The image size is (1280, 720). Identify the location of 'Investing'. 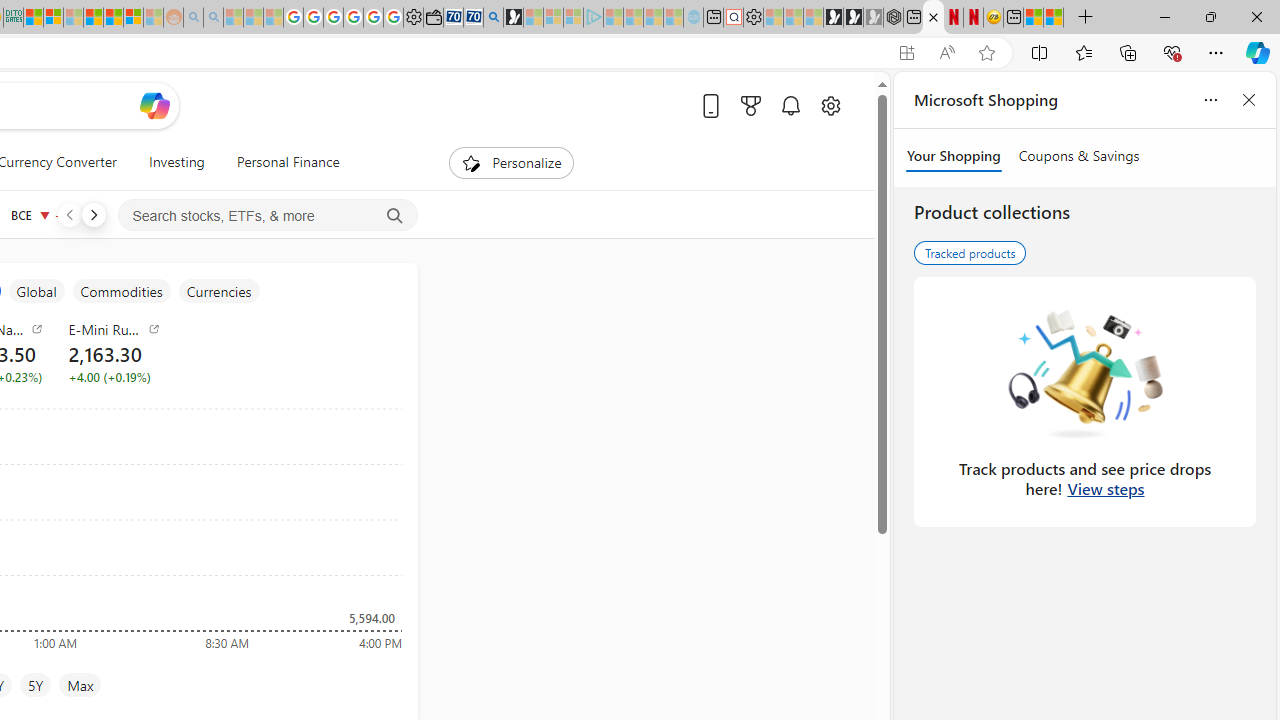
(176, 162).